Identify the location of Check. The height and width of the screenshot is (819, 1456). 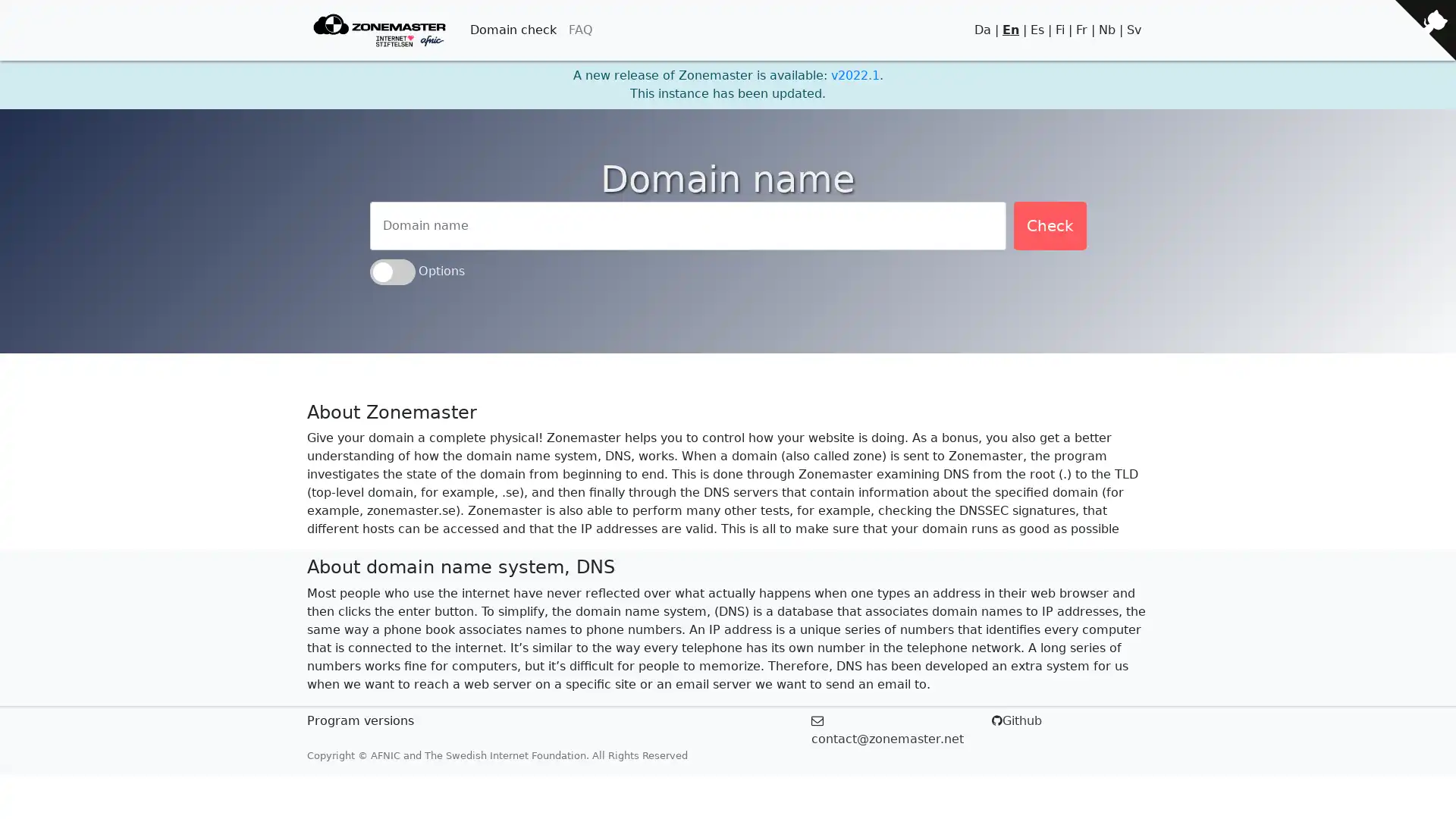
(1048, 225).